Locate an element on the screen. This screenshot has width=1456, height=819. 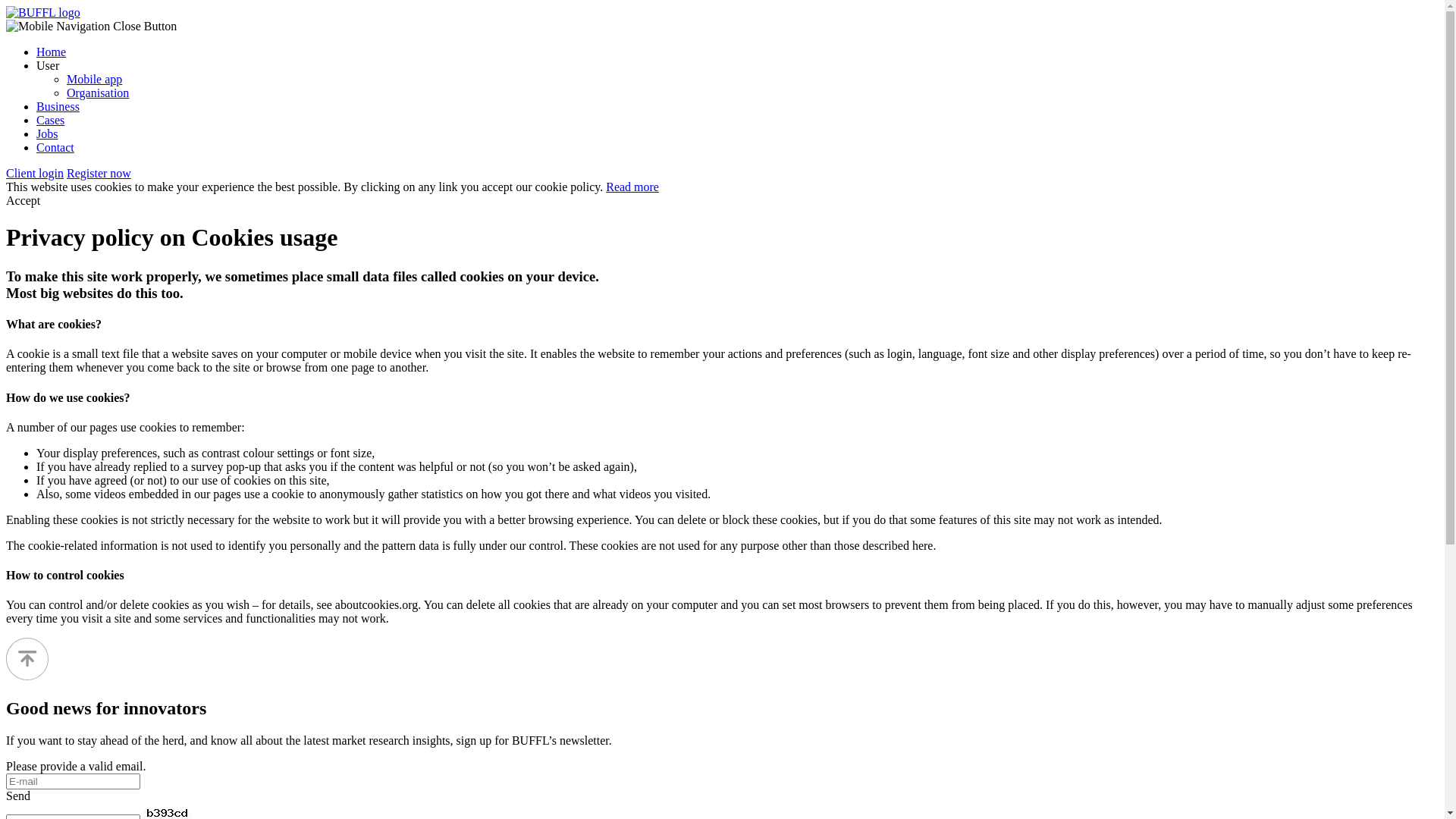
'Read more' is located at coordinates (632, 186).